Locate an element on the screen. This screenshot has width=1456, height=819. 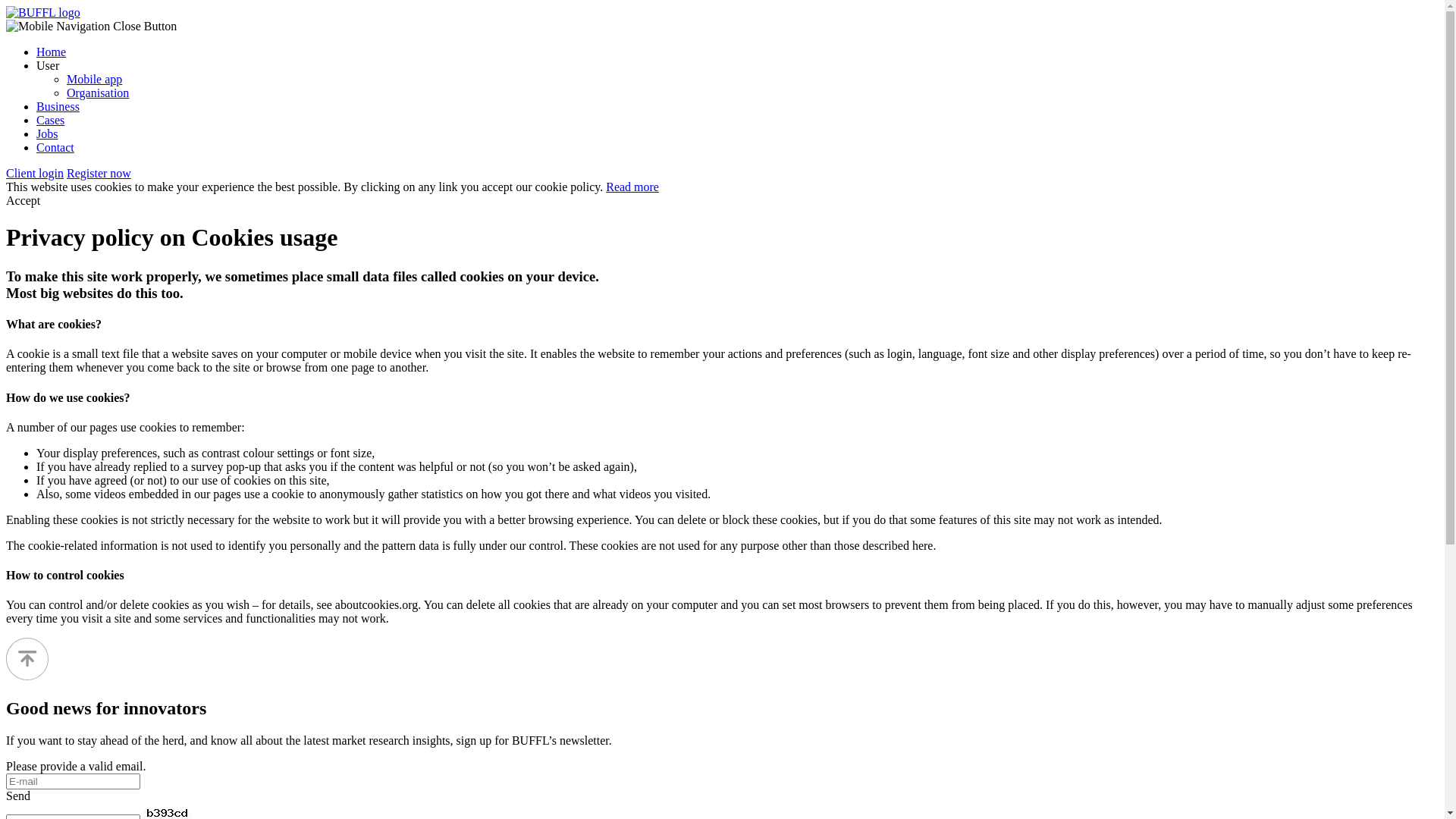
'Read more' is located at coordinates (632, 186).